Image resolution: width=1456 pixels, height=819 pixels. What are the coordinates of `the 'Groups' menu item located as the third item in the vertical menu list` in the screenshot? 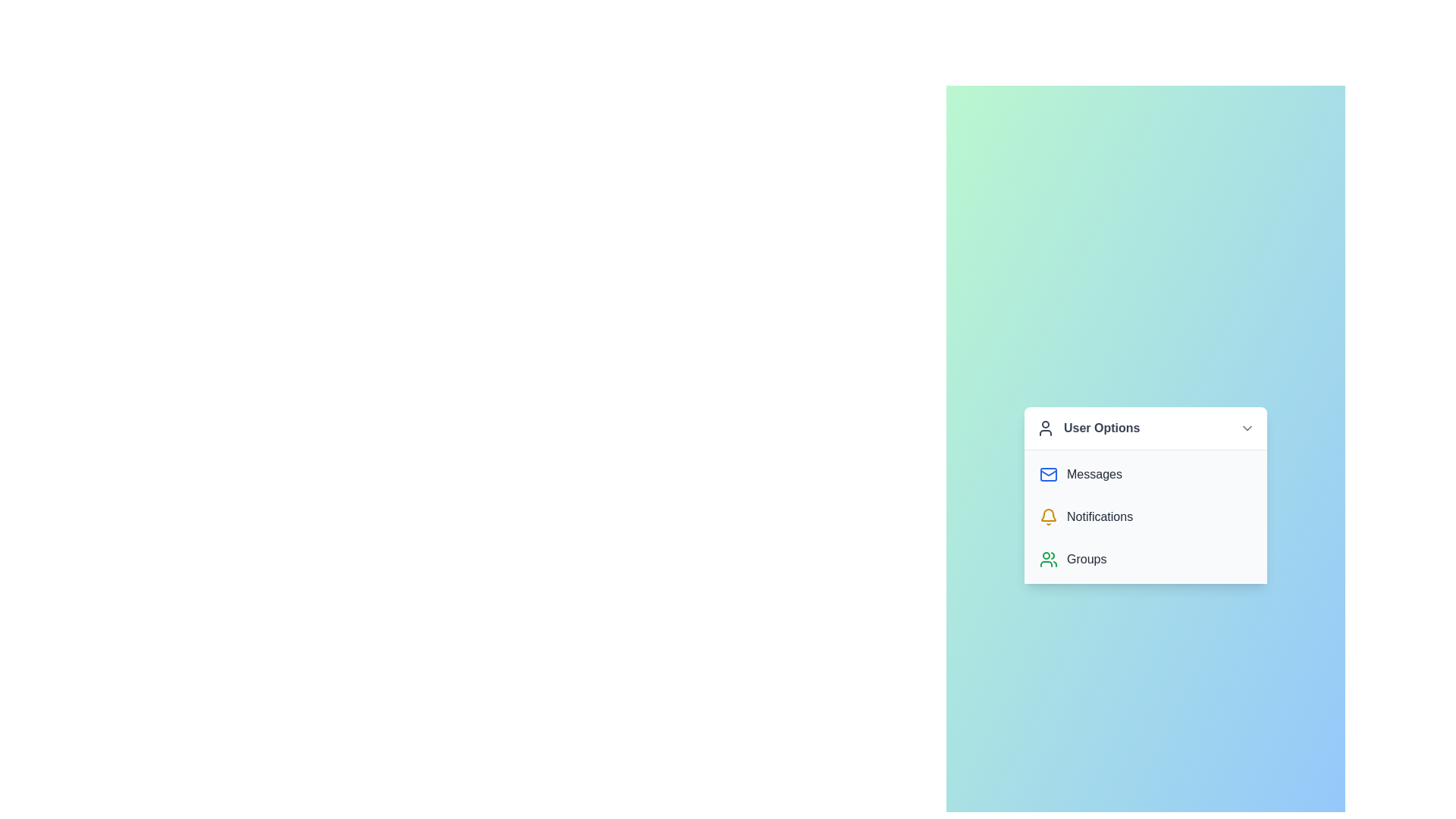 It's located at (1146, 559).